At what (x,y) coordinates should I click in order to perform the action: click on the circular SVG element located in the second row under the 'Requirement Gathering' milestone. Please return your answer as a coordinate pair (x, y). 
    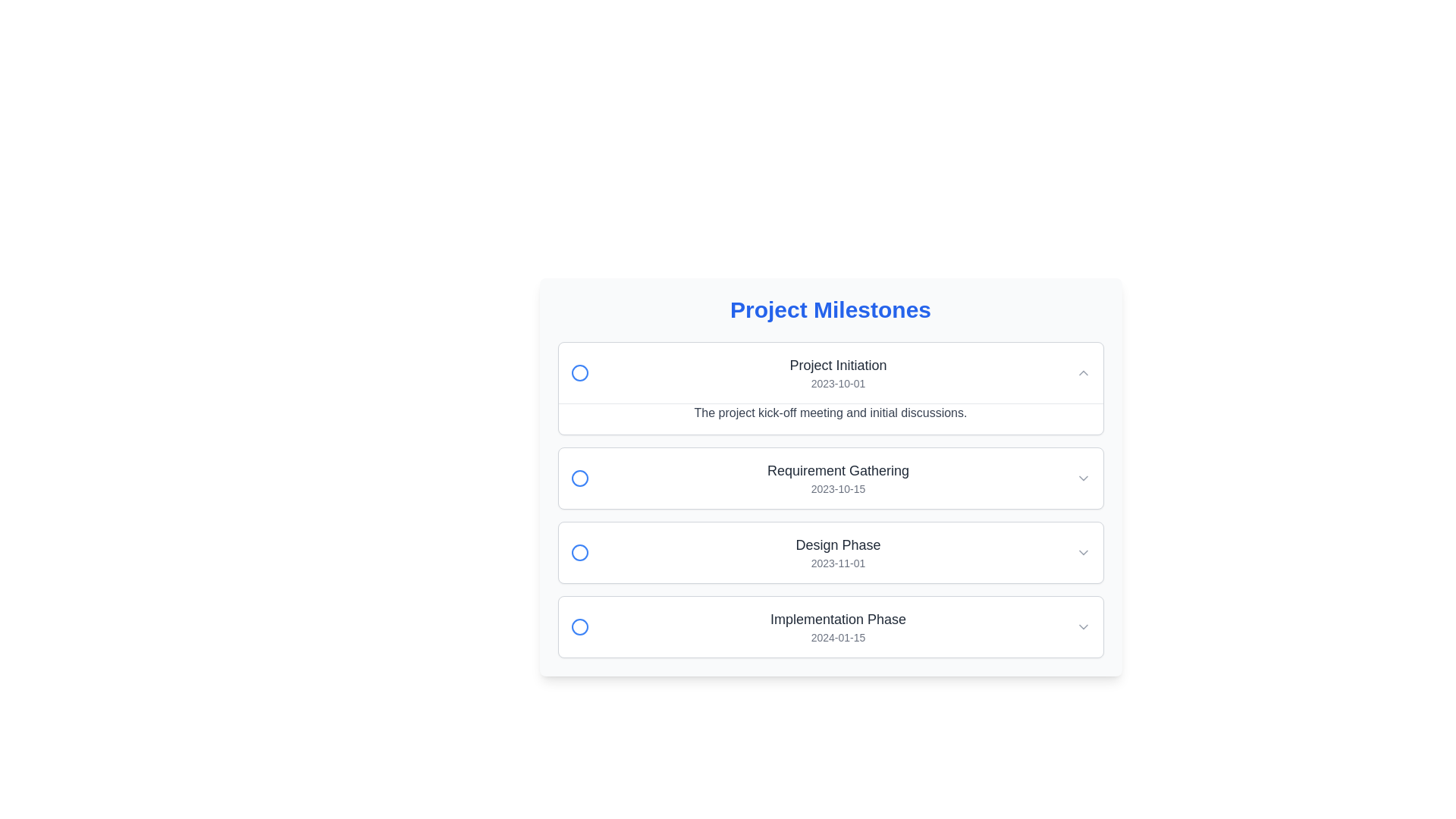
    Looking at the image, I should click on (579, 479).